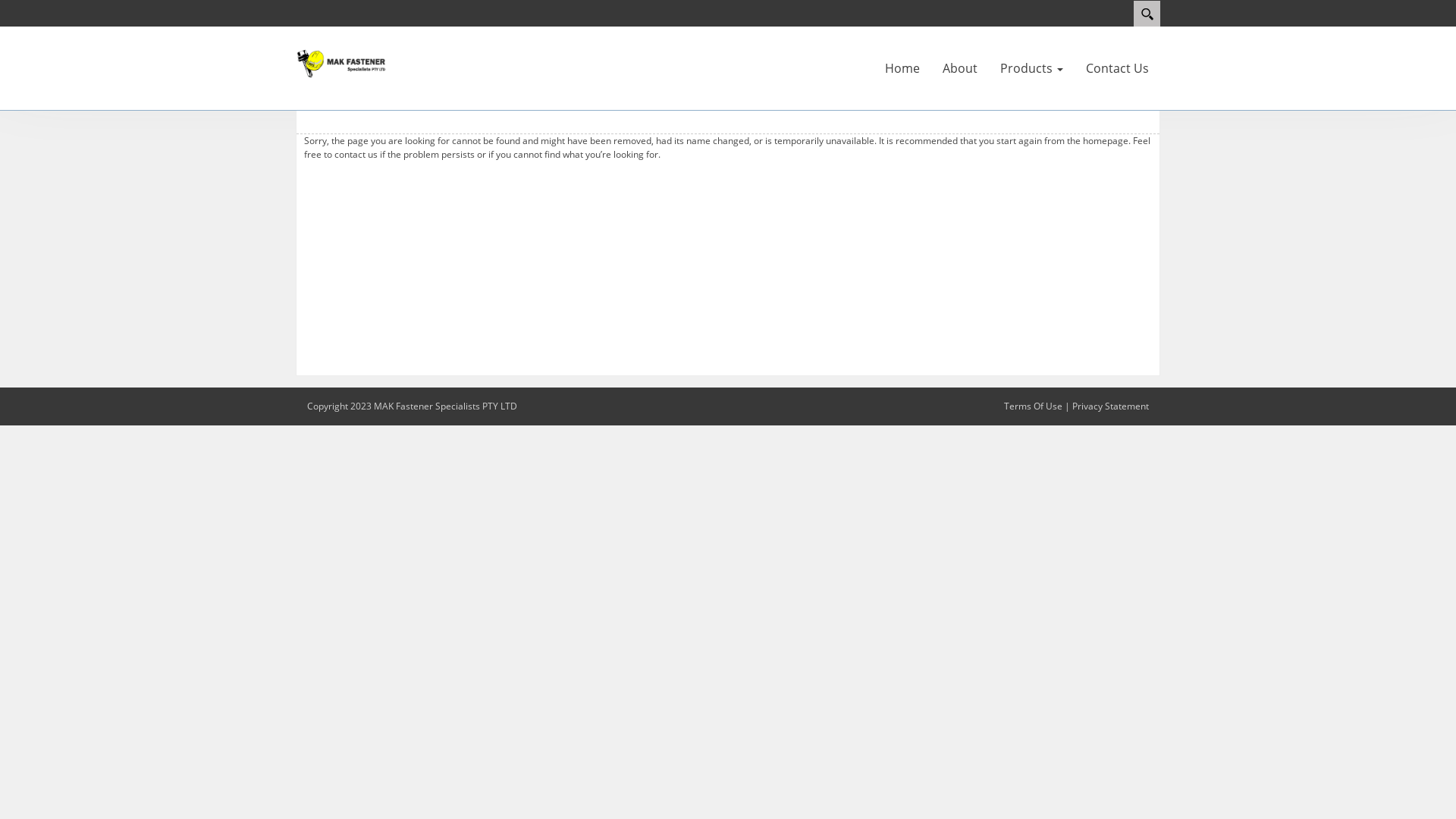 The height and width of the screenshot is (819, 1456). What do you see at coordinates (959, 67) in the screenshot?
I see `'About'` at bounding box center [959, 67].